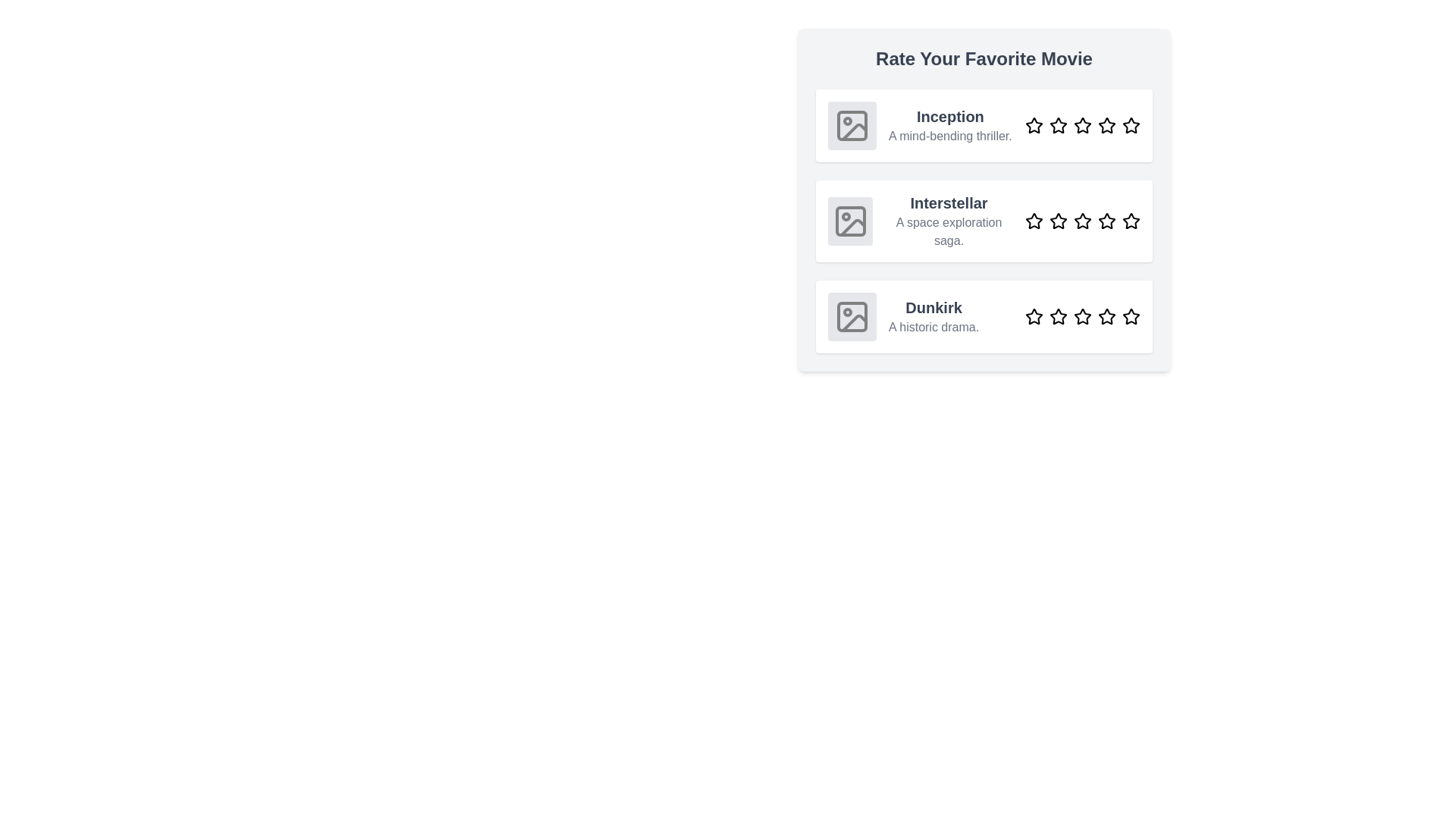 The width and height of the screenshot is (1456, 819). I want to click on the text label providing additional information about the movie 'Dunkirk', which categorizes it as a historic drama, located below the title in the movie rating section, so click(933, 327).